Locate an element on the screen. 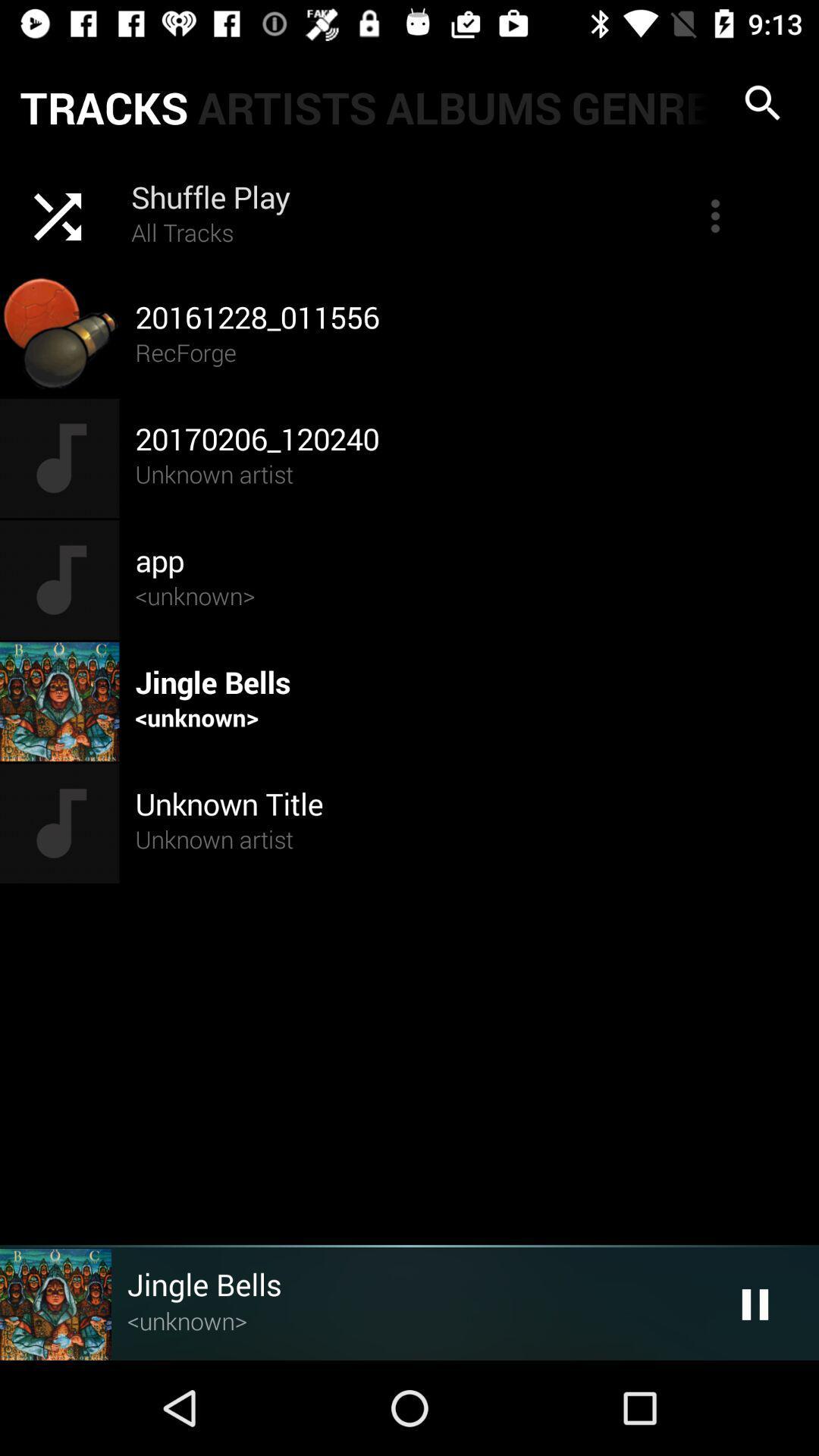 This screenshot has height=1456, width=819. search icon is located at coordinates (763, 102).